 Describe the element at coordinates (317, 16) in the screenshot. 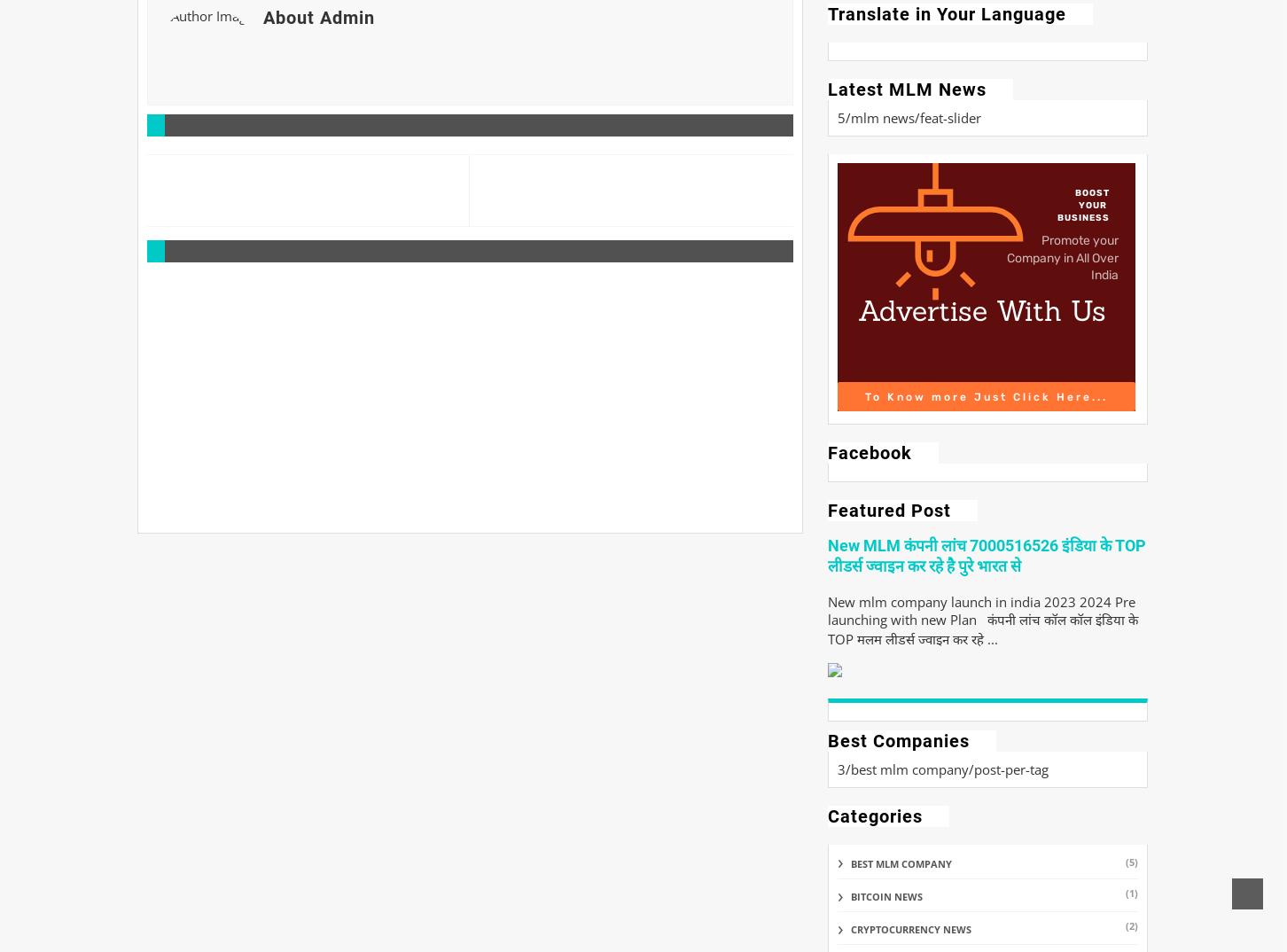

I see `'About Admin'` at that location.